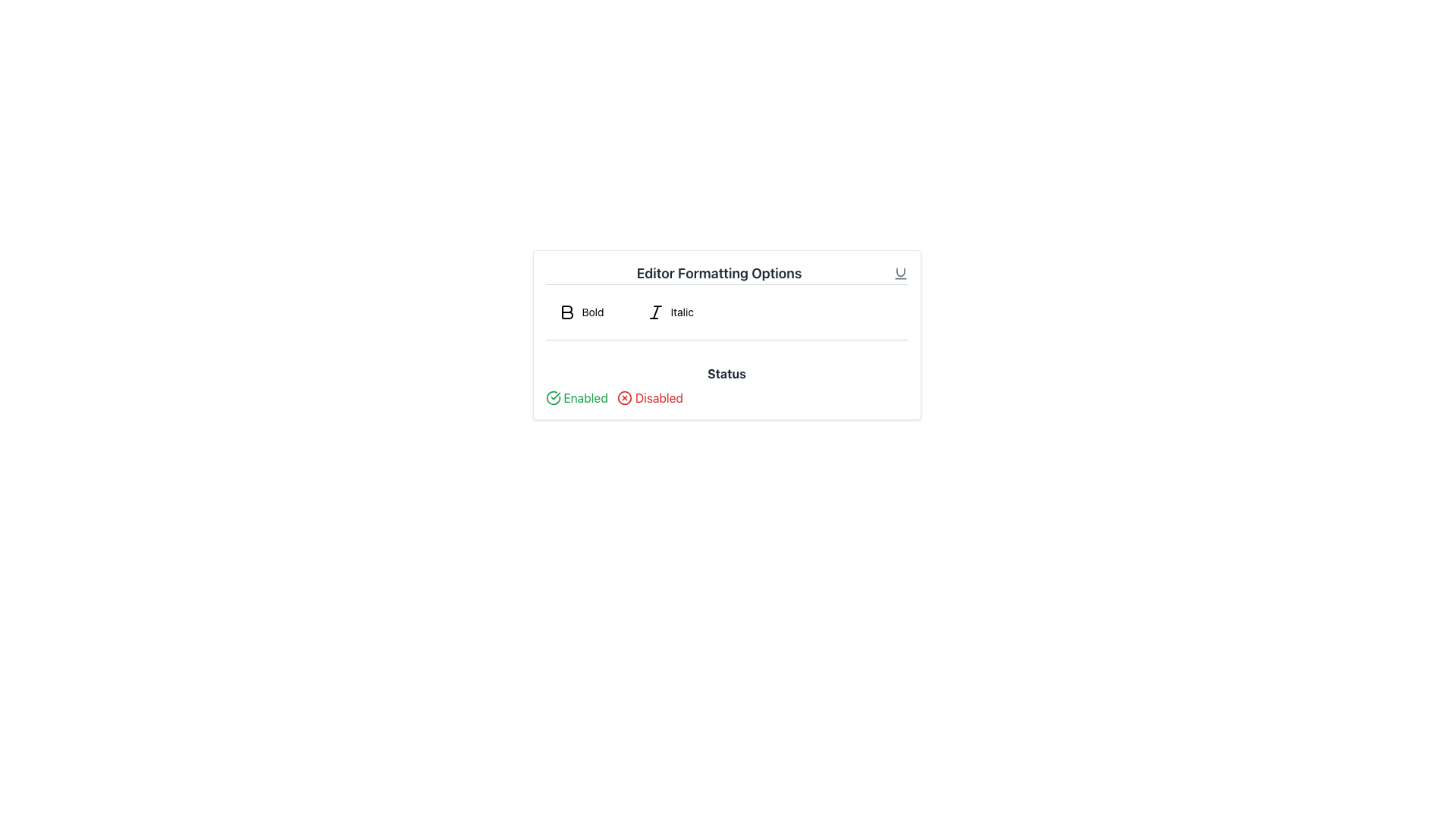  I want to click on the 'Bold' text label, which is styled with a smaller font size and aligned horizontally next to a bold-styling icon, so click(592, 312).